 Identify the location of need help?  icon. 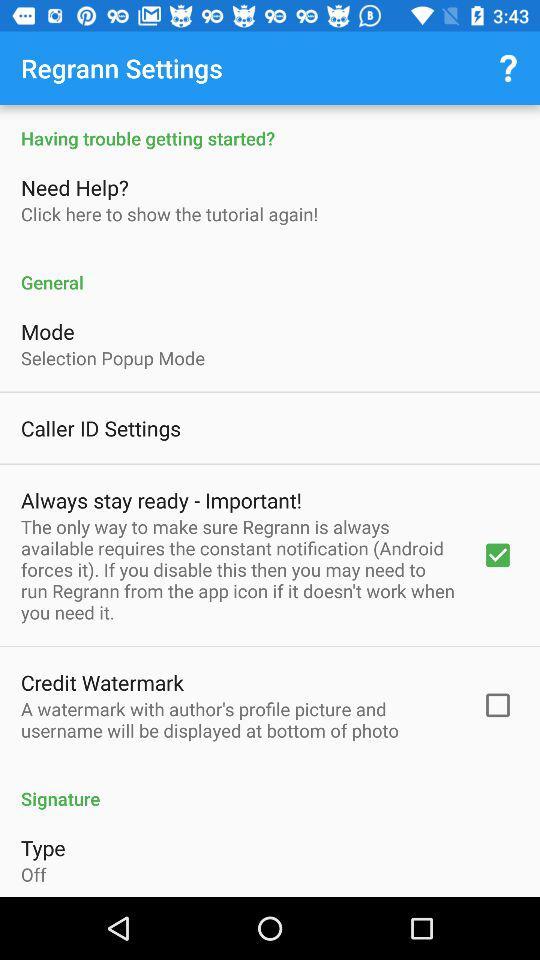
(76, 187).